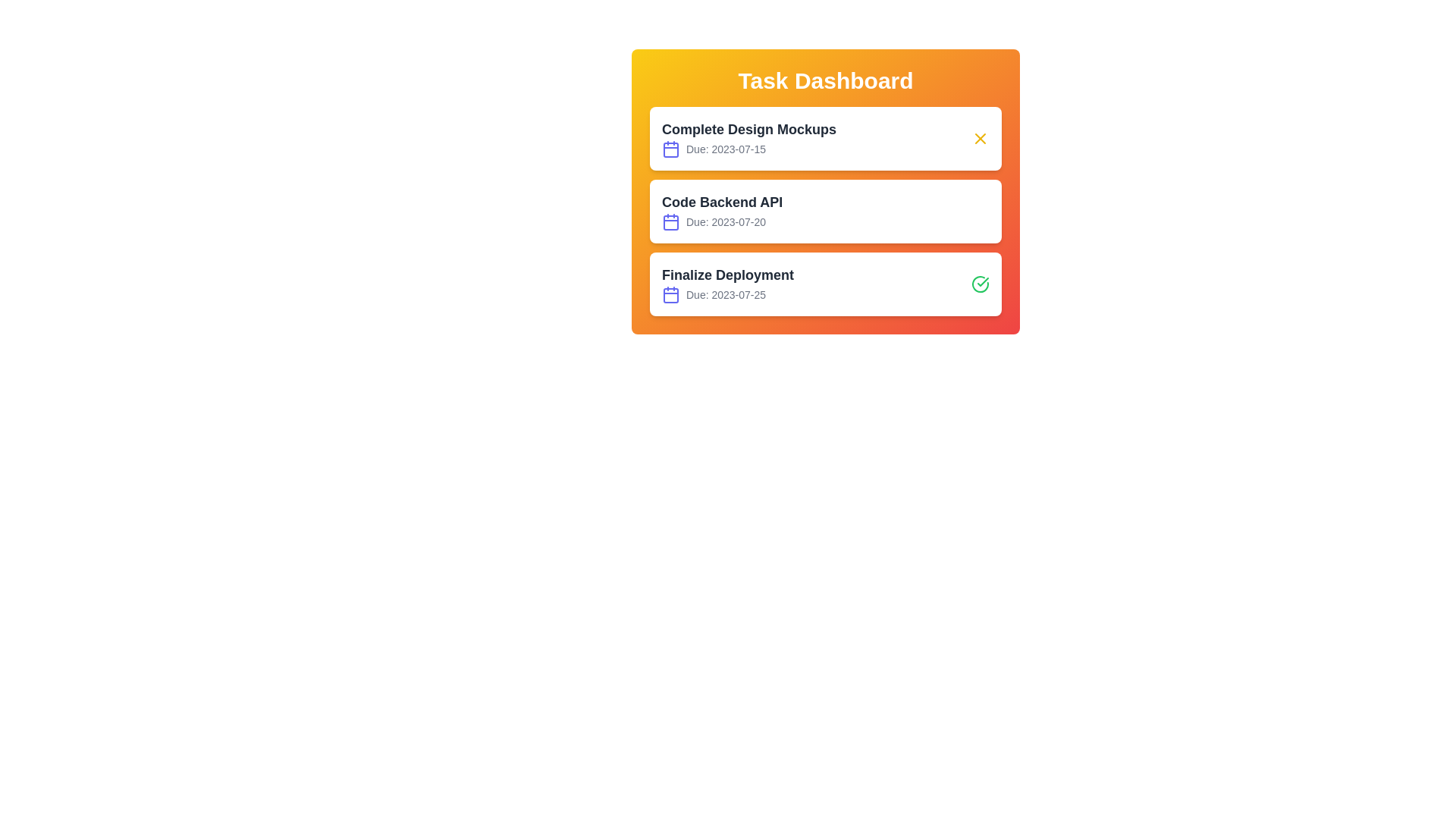 This screenshot has height=819, width=1456. Describe the element at coordinates (749, 128) in the screenshot. I see `the task title Complete Design Mockups` at that location.